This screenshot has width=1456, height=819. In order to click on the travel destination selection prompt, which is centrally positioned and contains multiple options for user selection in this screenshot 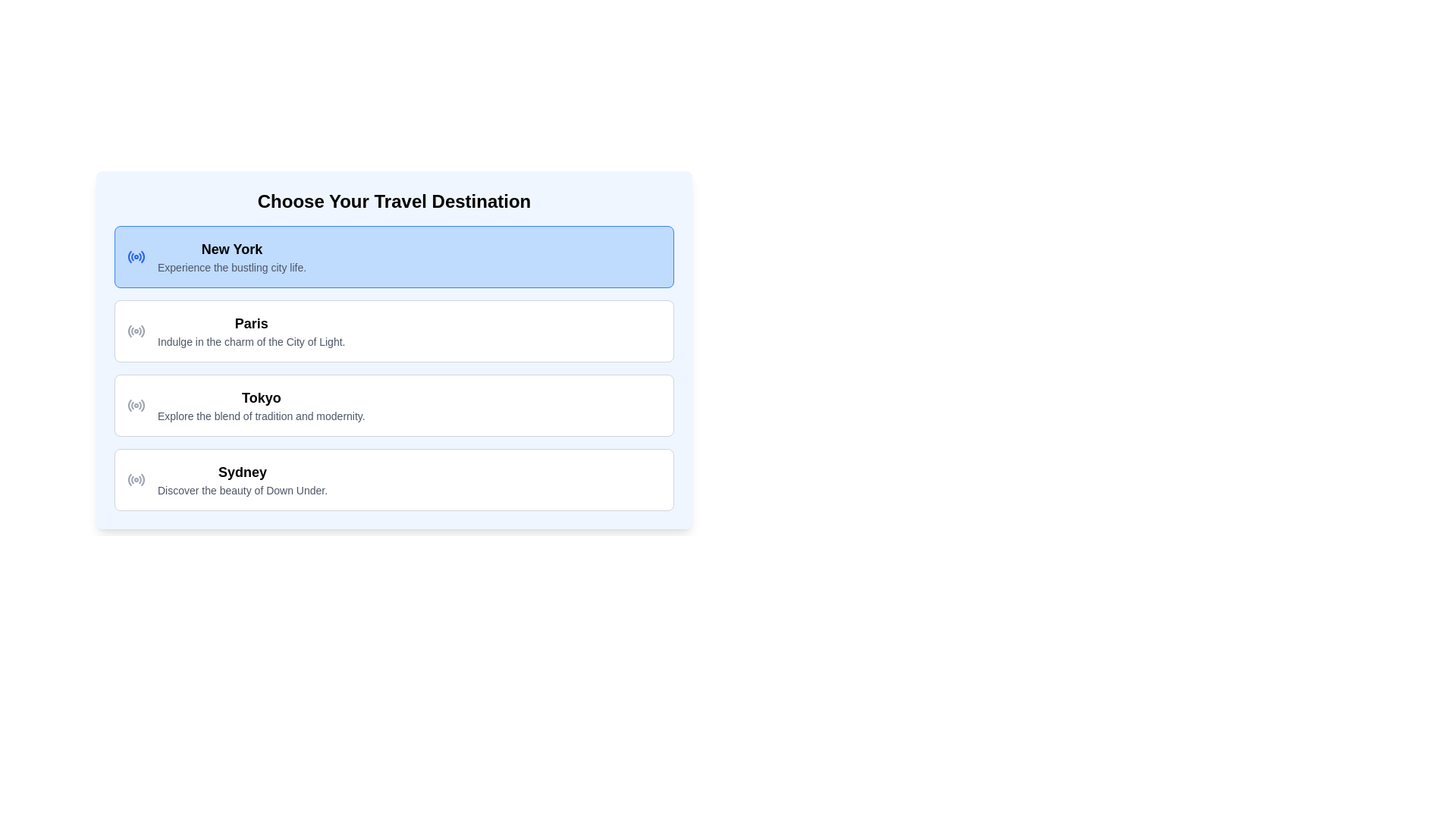, I will do `click(394, 350)`.